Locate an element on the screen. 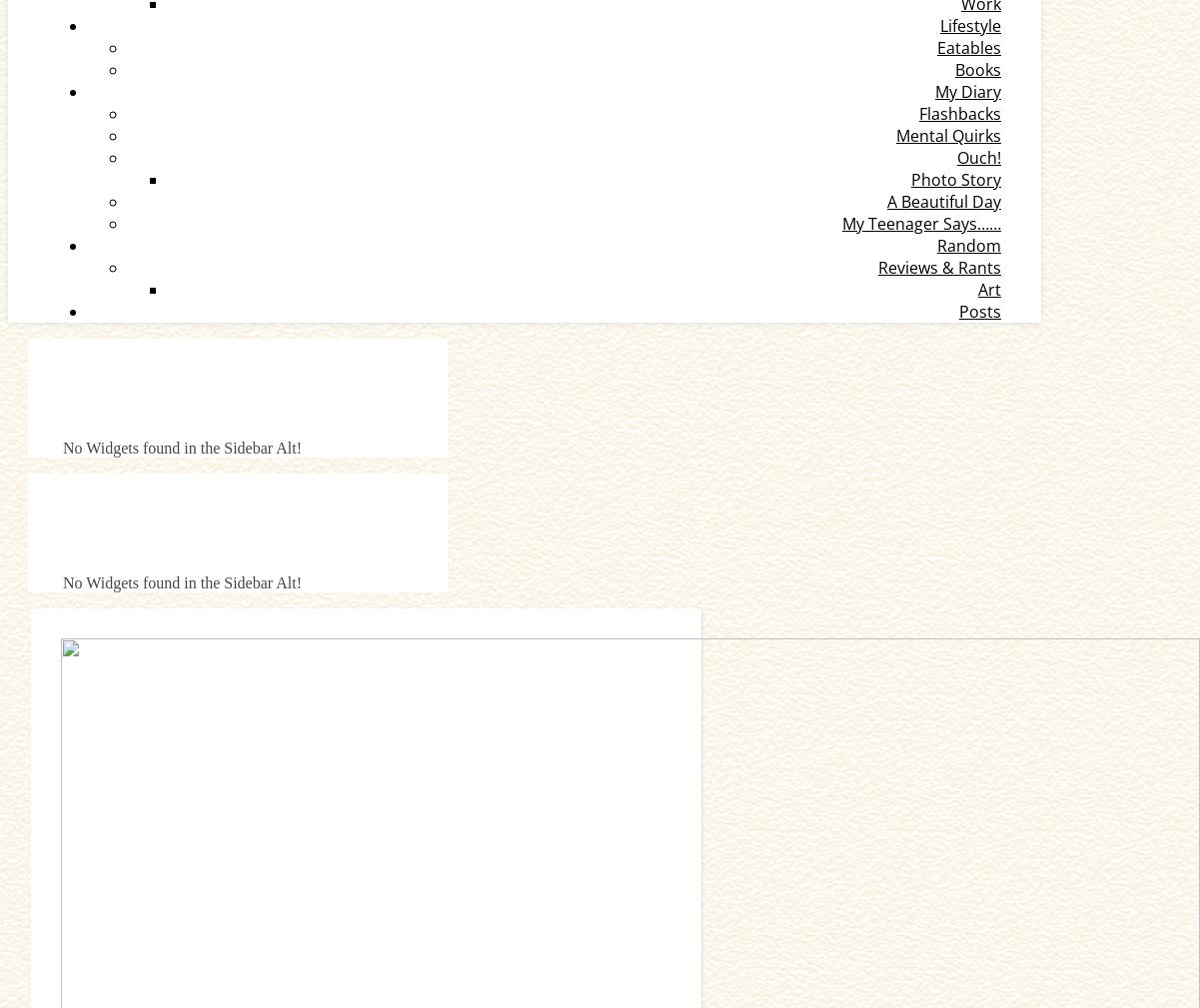 The image size is (1200, 1008). 'Mental Quirks' is located at coordinates (948, 135).